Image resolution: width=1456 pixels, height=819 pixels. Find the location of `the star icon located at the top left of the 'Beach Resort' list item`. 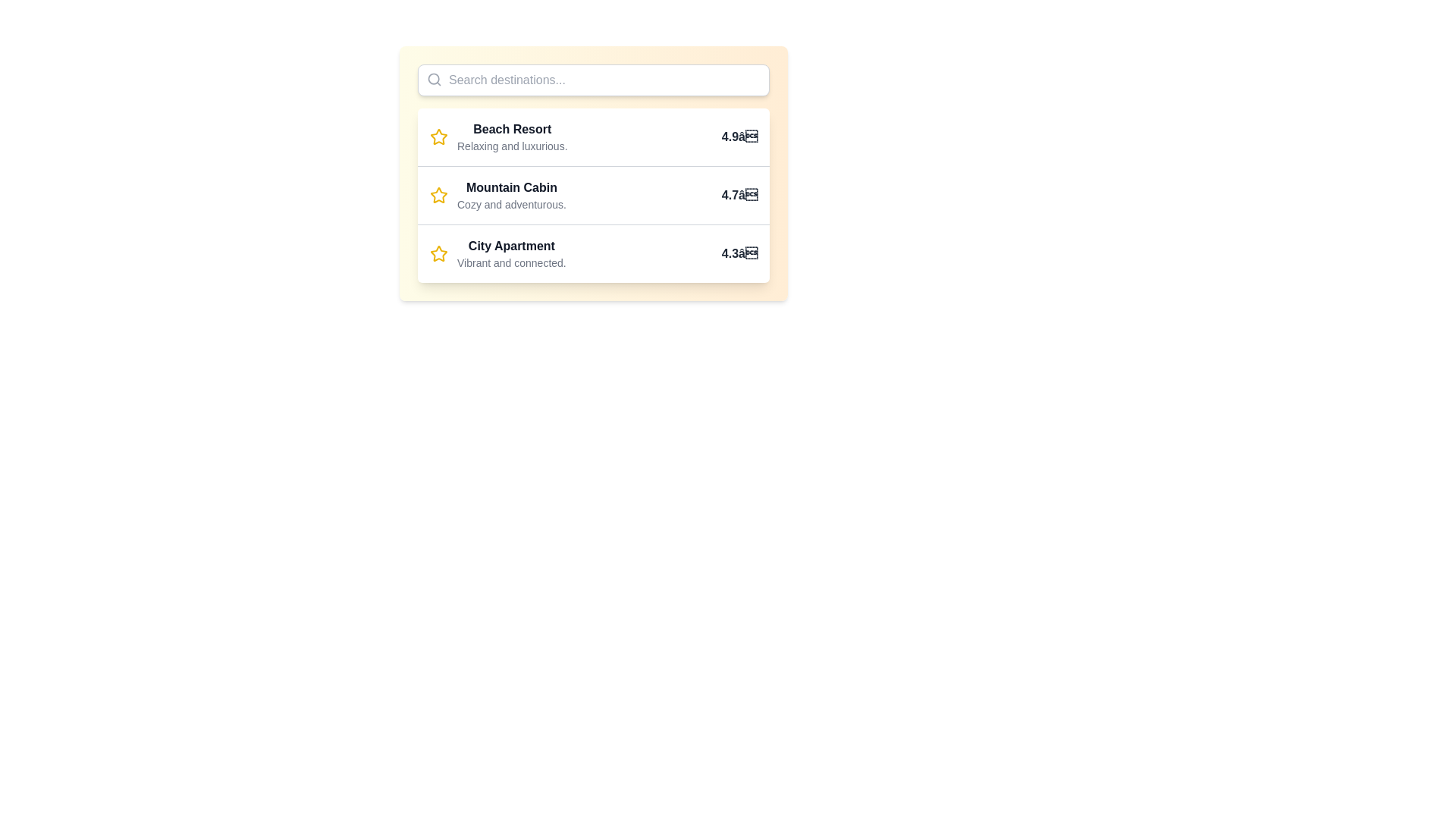

the star icon located at the top left of the 'Beach Resort' list item is located at coordinates (438, 137).